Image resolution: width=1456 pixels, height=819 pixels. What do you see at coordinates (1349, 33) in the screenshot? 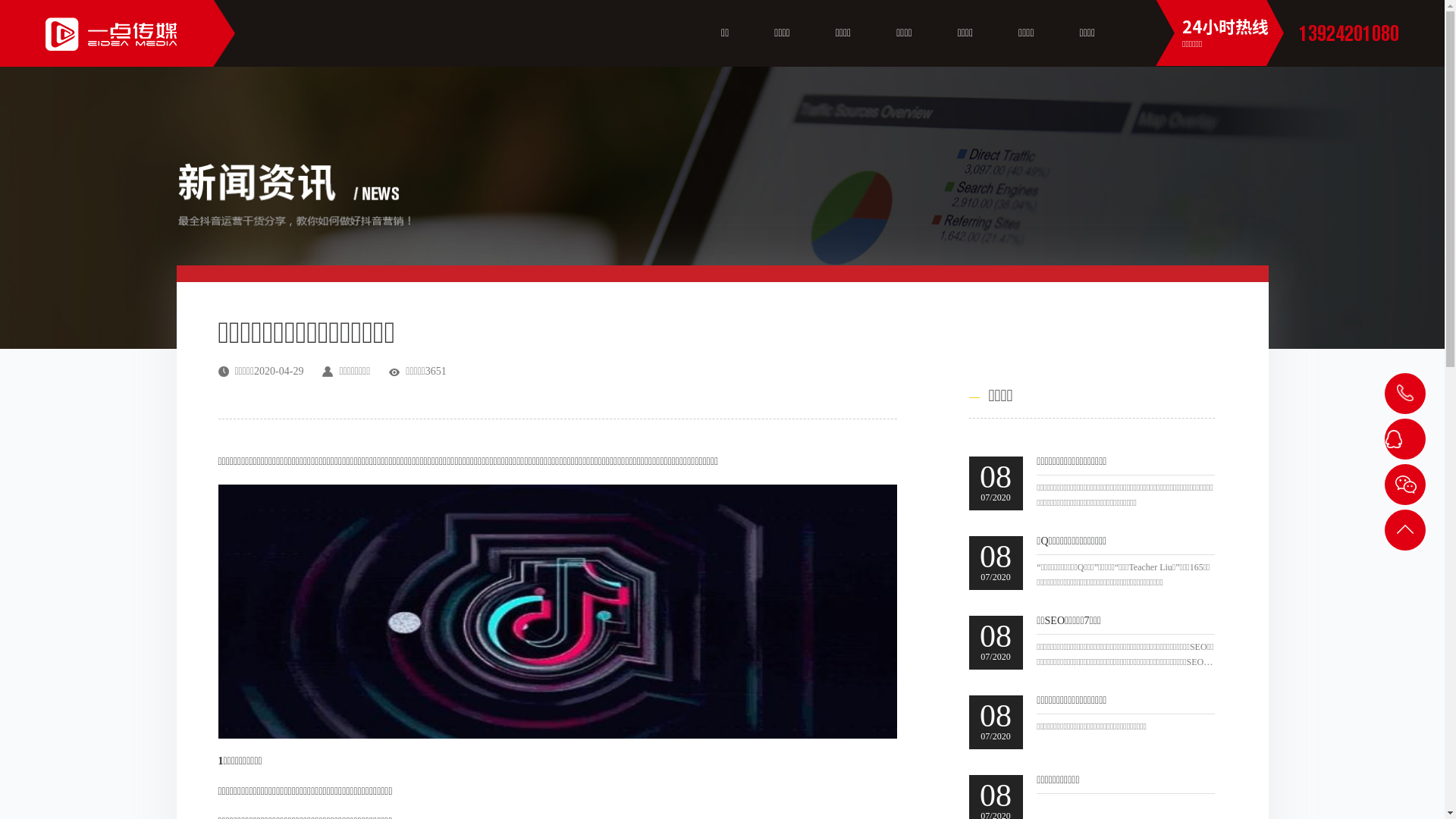
I see `'13924201080'` at bounding box center [1349, 33].